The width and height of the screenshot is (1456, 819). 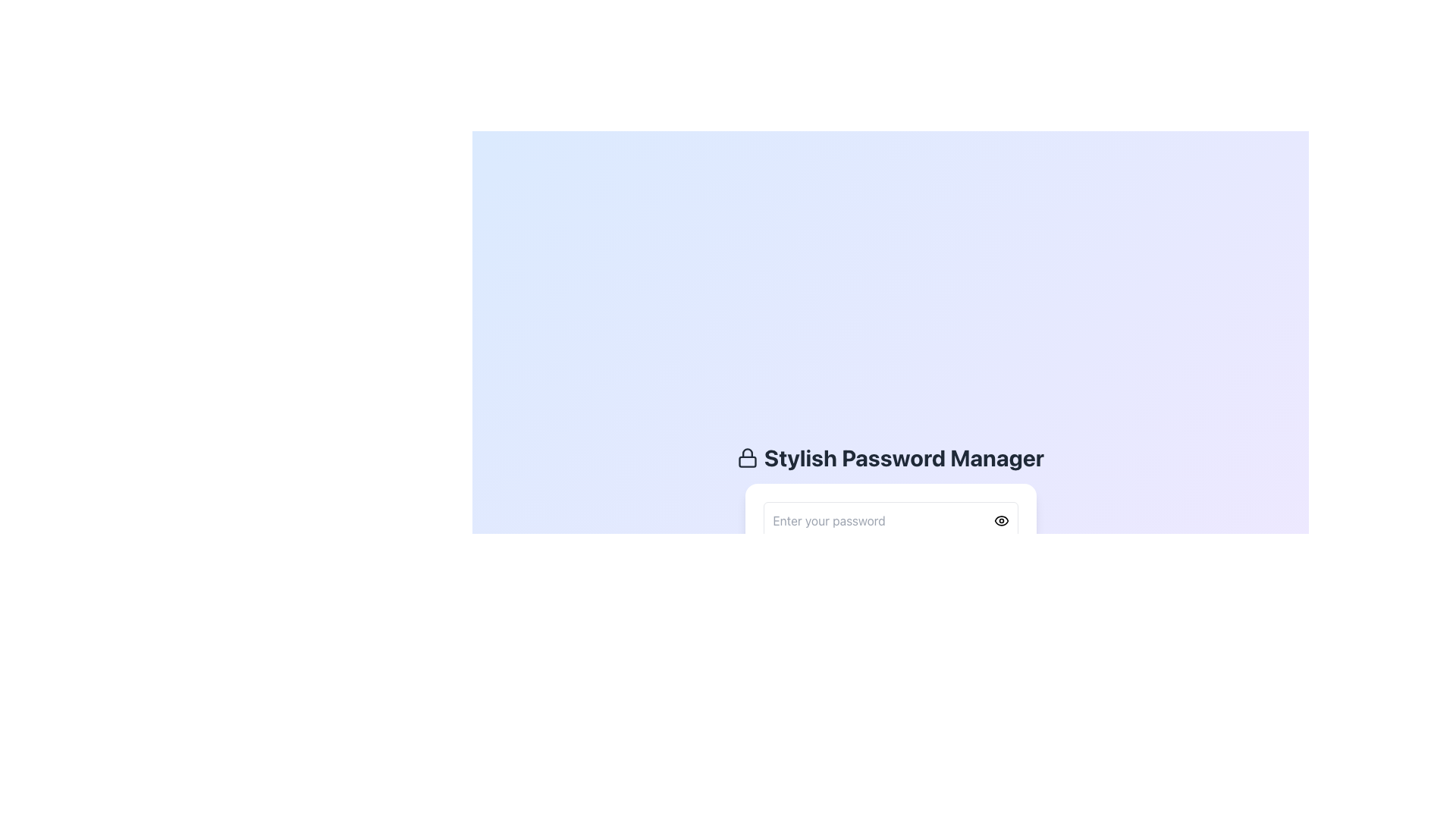 What do you see at coordinates (1001, 519) in the screenshot?
I see `the Password visibility toggle button located to the far right of the password input field` at bounding box center [1001, 519].